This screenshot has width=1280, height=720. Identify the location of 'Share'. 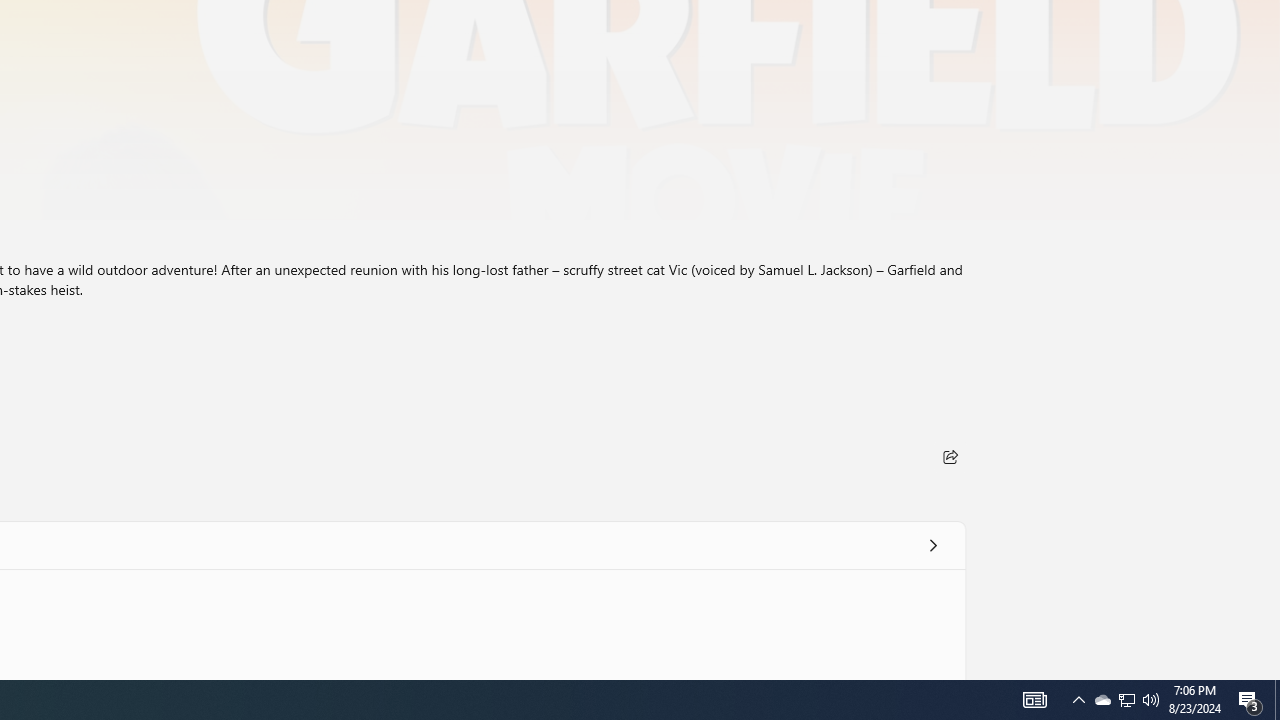
(949, 456).